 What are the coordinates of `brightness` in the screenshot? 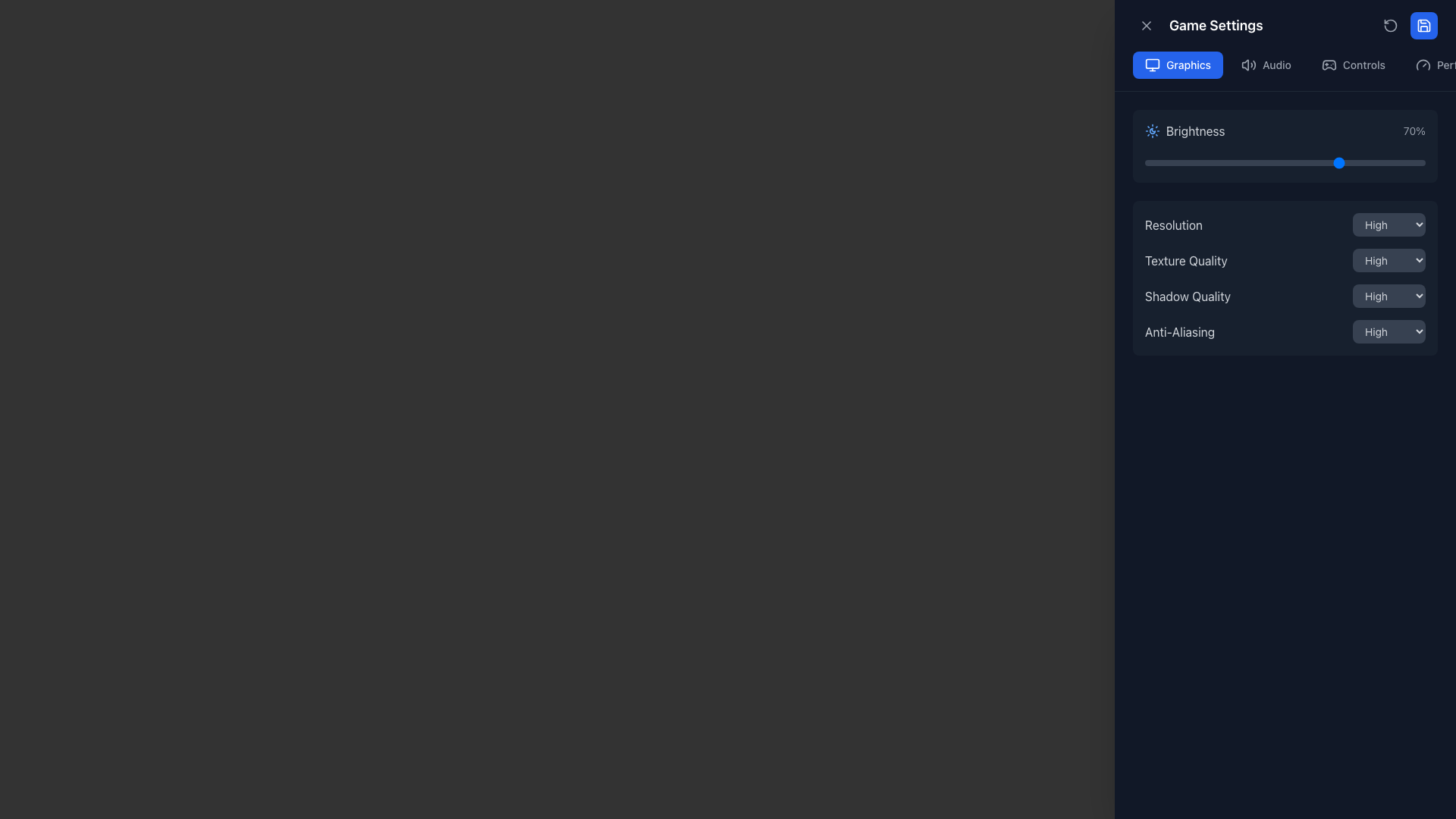 It's located at (1329, 163).